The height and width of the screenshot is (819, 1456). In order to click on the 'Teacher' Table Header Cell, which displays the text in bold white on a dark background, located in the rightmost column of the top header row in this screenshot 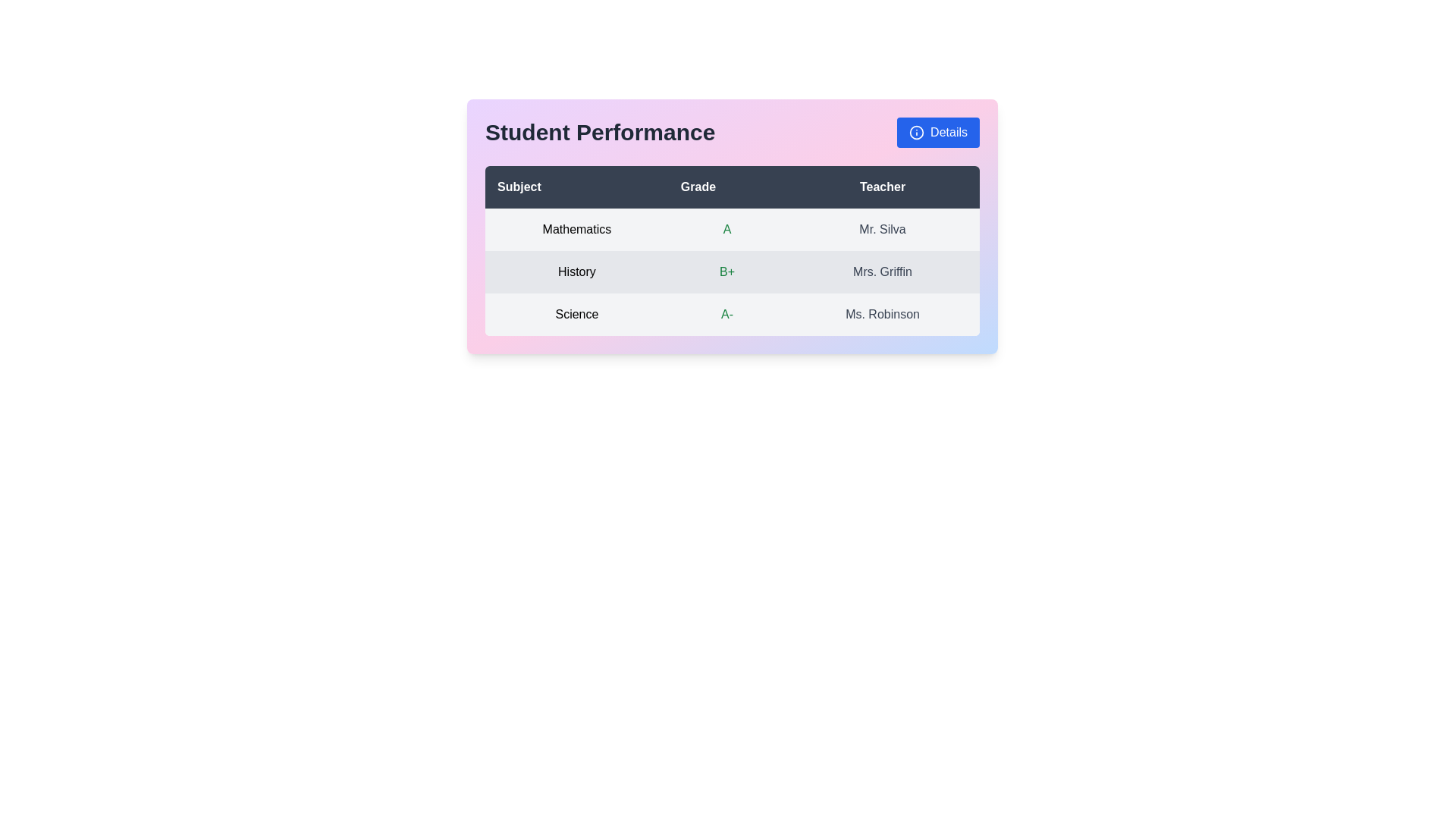, I will do `click(883, 186)`.